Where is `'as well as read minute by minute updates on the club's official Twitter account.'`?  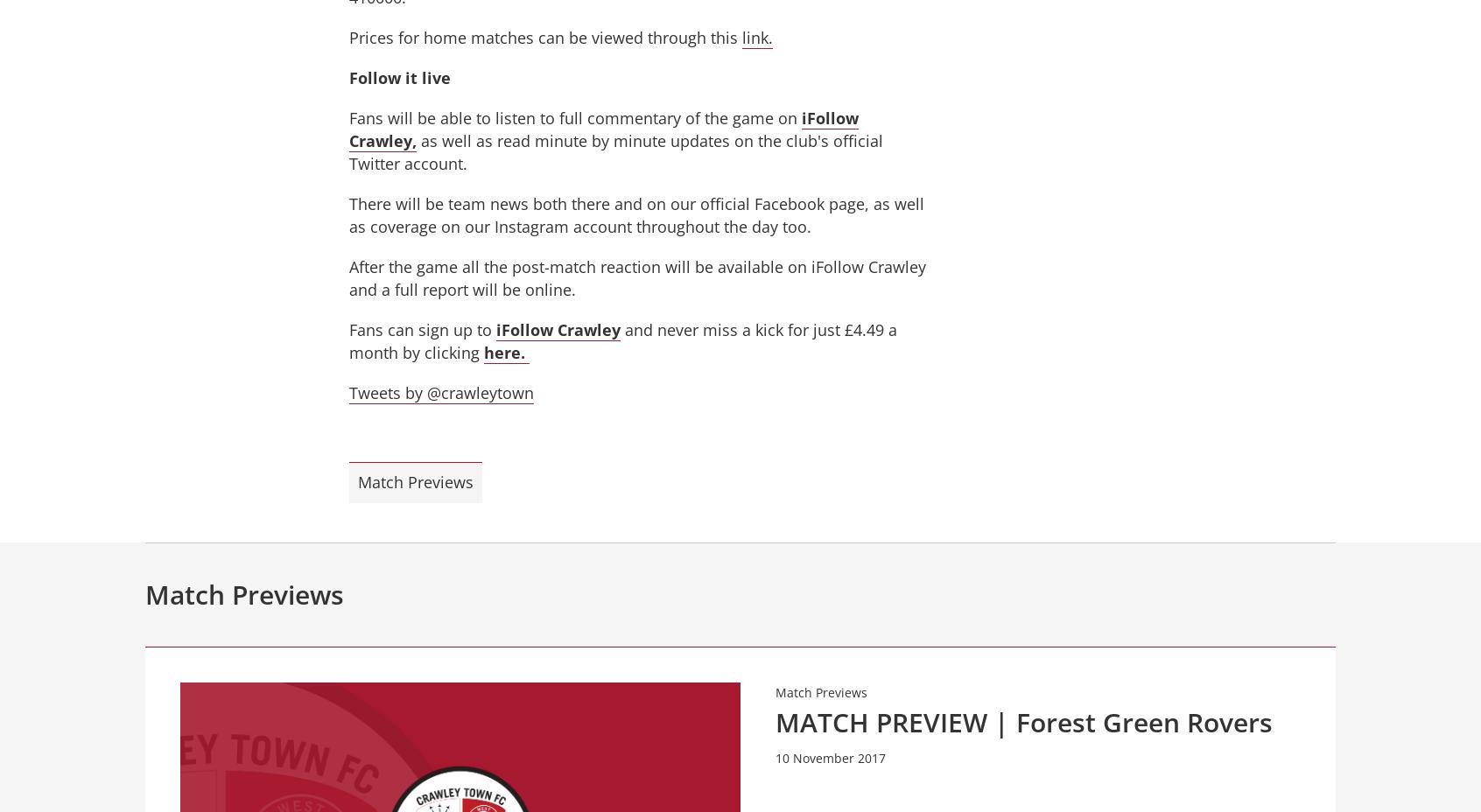 'as well as read minute by minute updates on the club's official Twitter account.' is located at coordinates (616, 150).